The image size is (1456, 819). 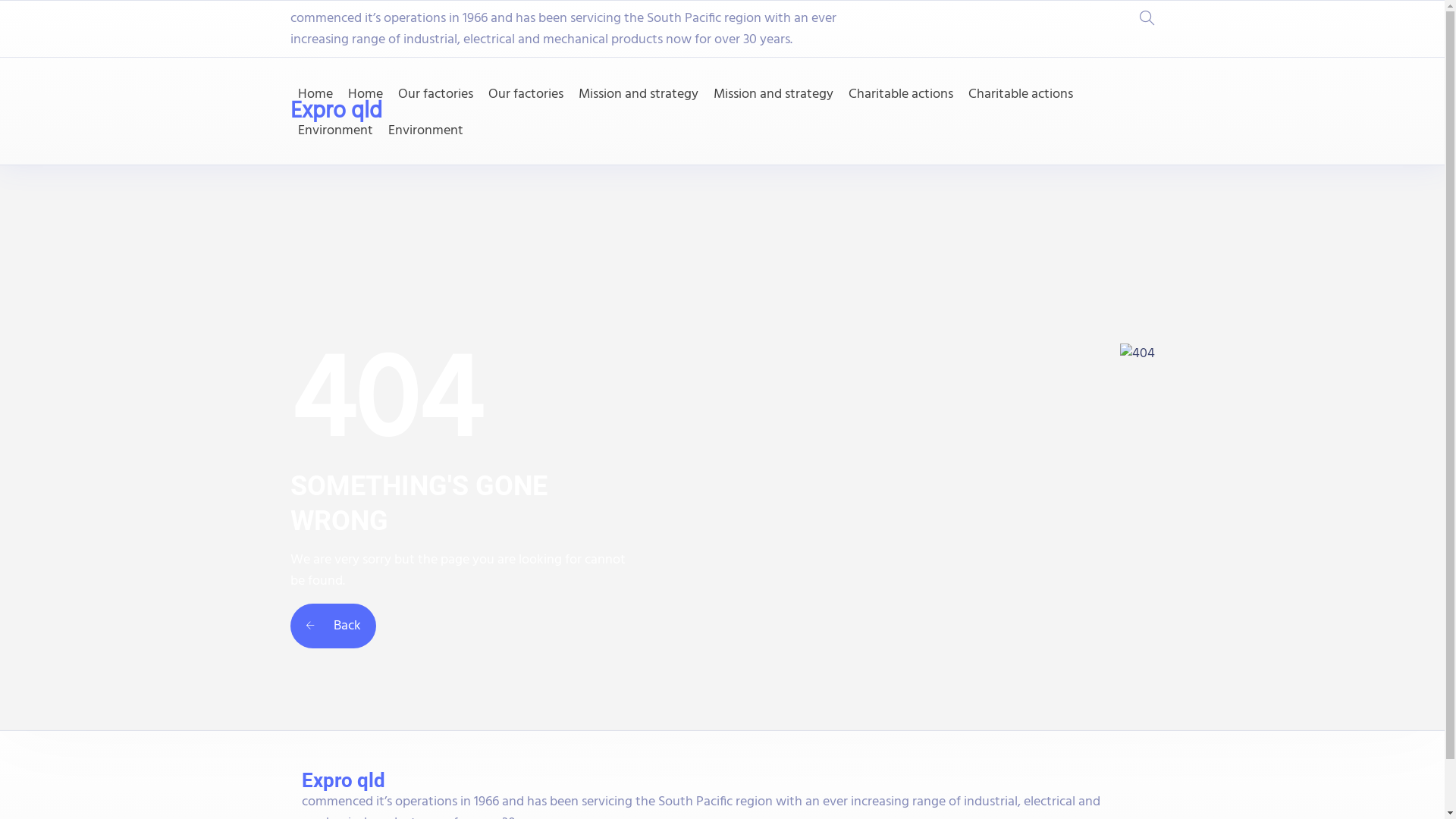 I want to click on 'Mission and strategy', so click(x=577, y=94).